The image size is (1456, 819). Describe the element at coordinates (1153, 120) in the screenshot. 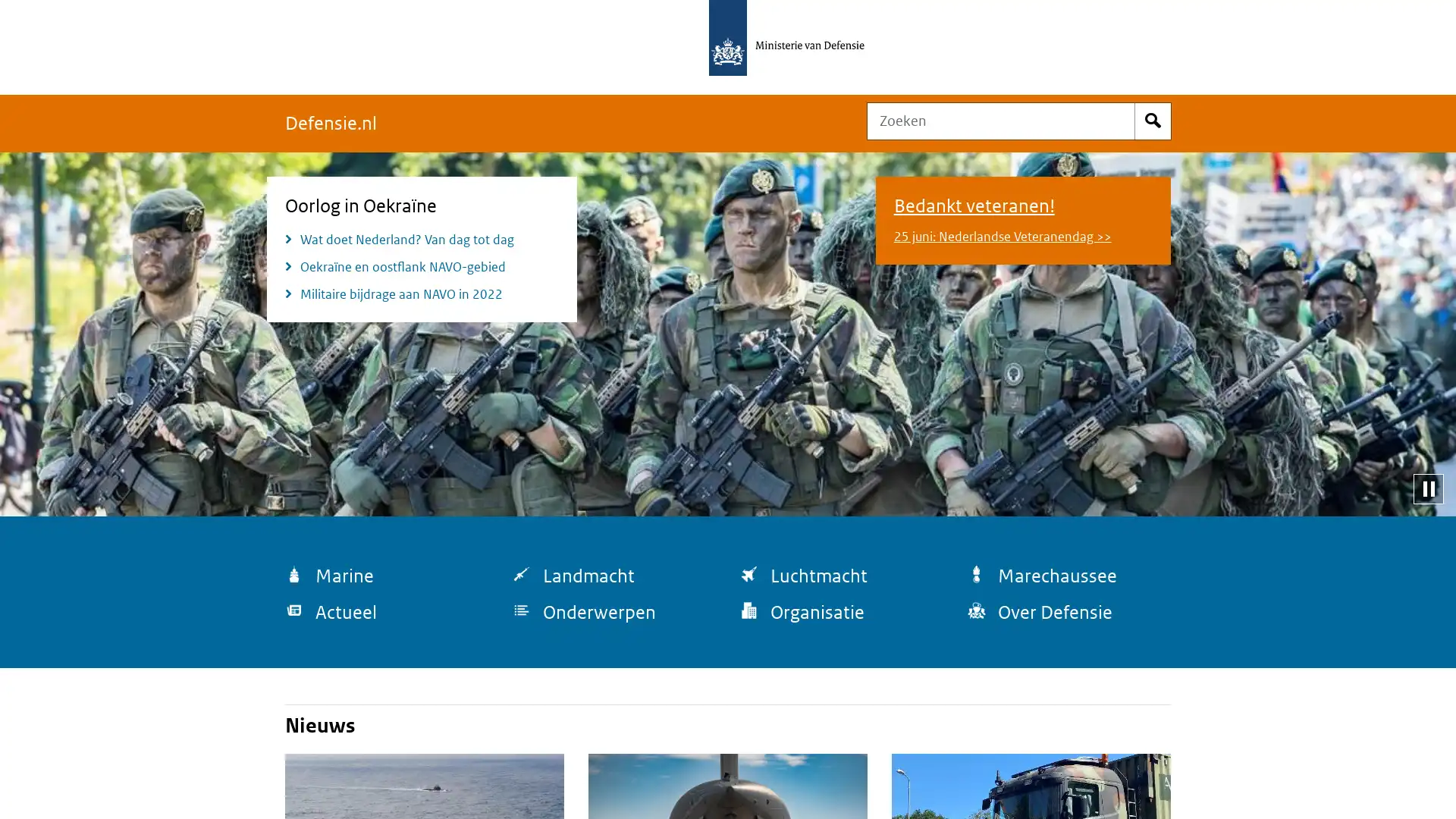

I see `Start zoeken` at that location.